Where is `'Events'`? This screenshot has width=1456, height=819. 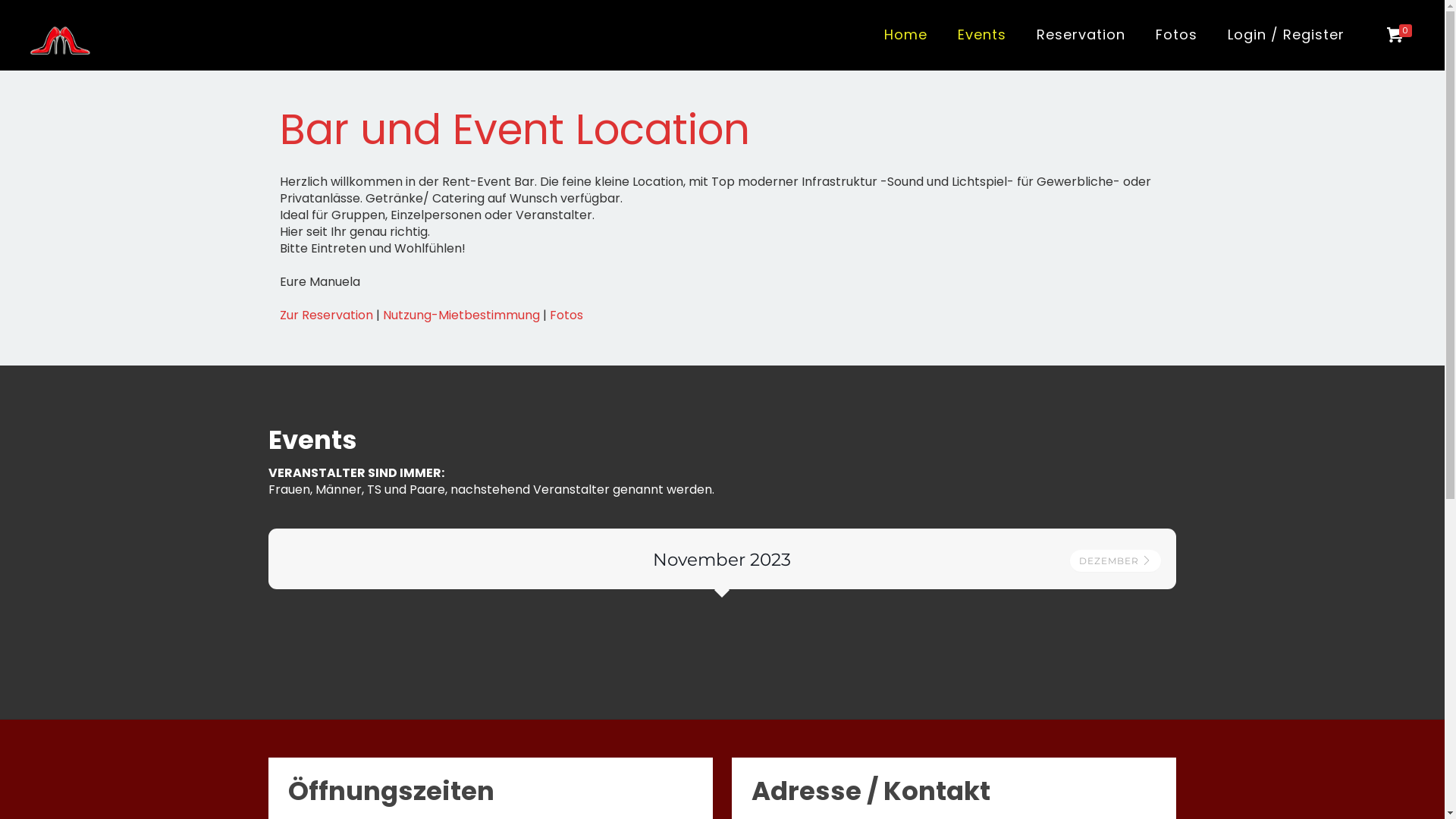
'Events' is located at coordinates (982, 34).